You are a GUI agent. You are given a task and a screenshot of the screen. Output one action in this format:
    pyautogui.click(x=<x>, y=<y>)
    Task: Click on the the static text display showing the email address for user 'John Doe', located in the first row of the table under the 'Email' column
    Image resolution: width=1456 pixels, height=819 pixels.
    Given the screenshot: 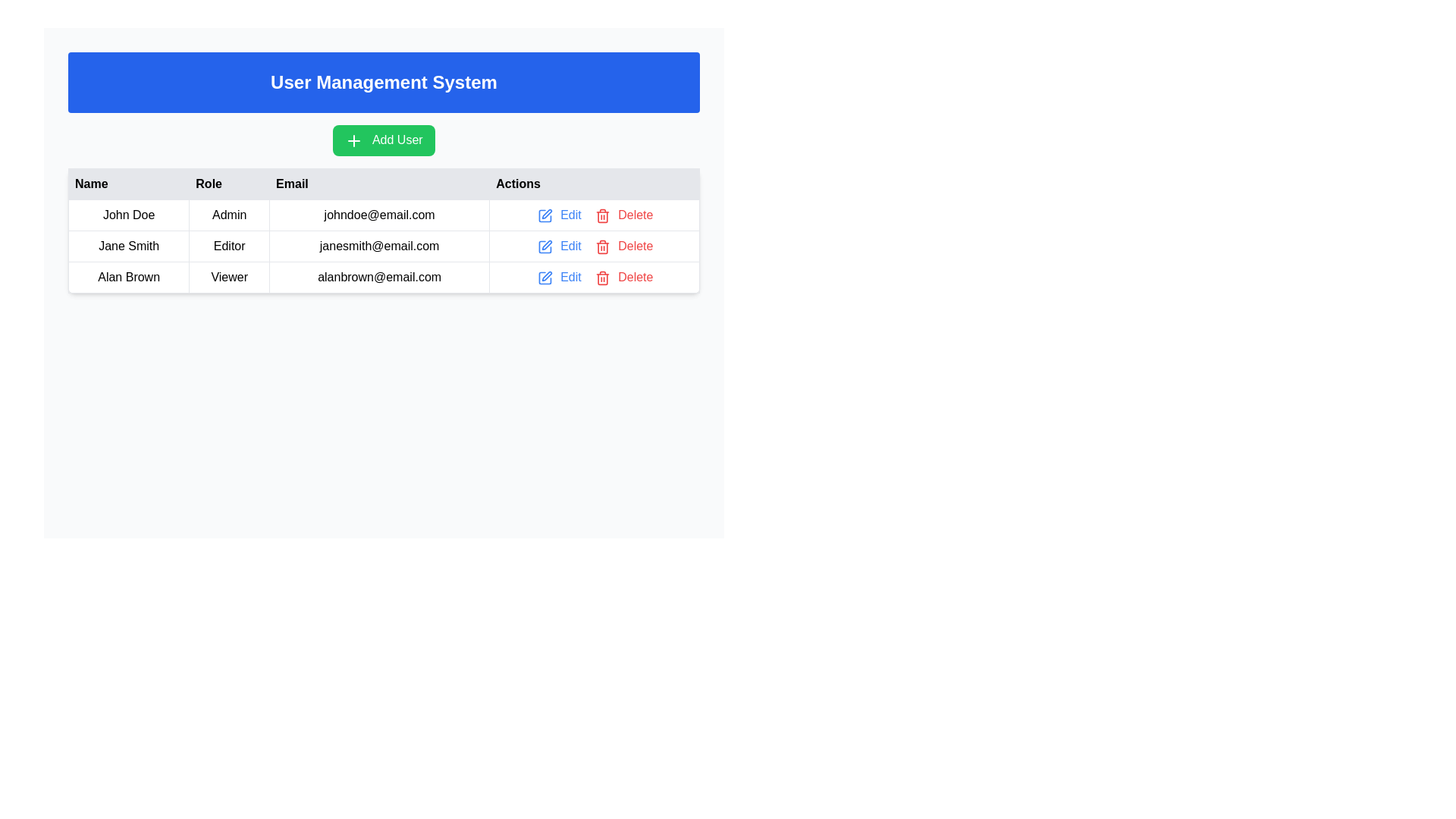 What is the action you would take?
    pyautogui.click(x=379, y=215)
    